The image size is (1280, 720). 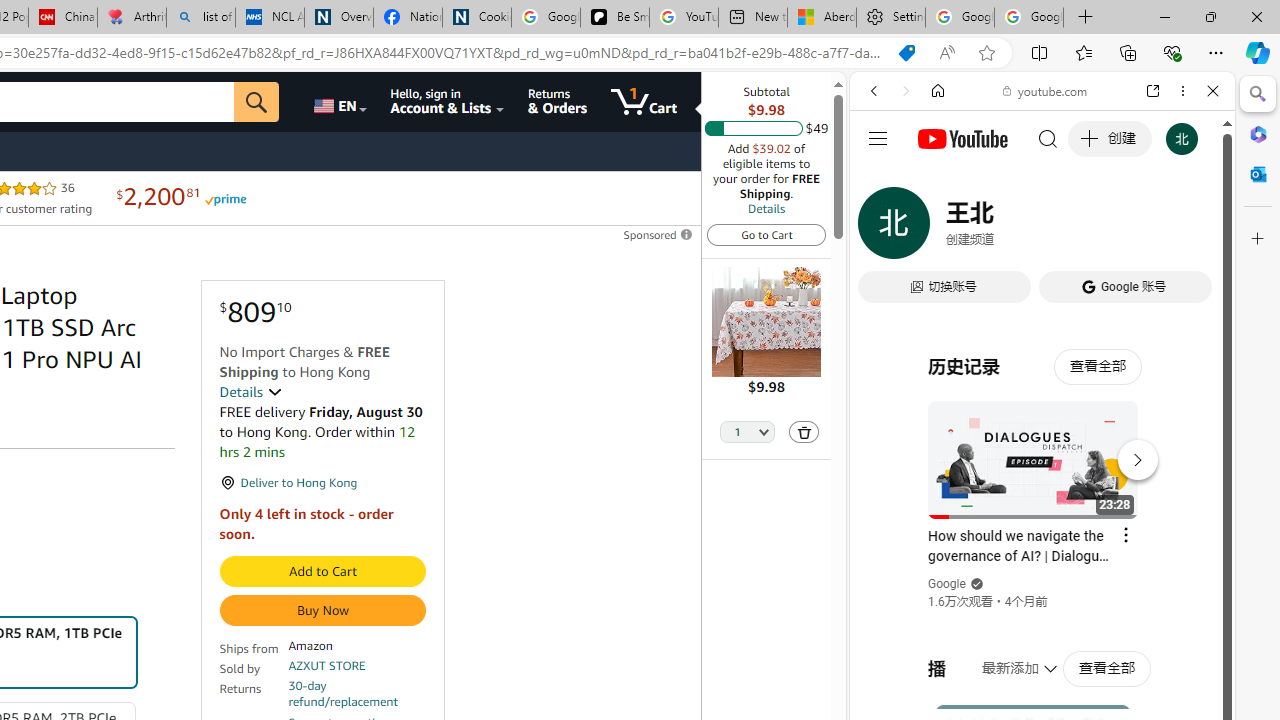 What do you see at coordinates (889, 17) in the screenshot?
I see `'Settings'` at bounding box center [889, 17].